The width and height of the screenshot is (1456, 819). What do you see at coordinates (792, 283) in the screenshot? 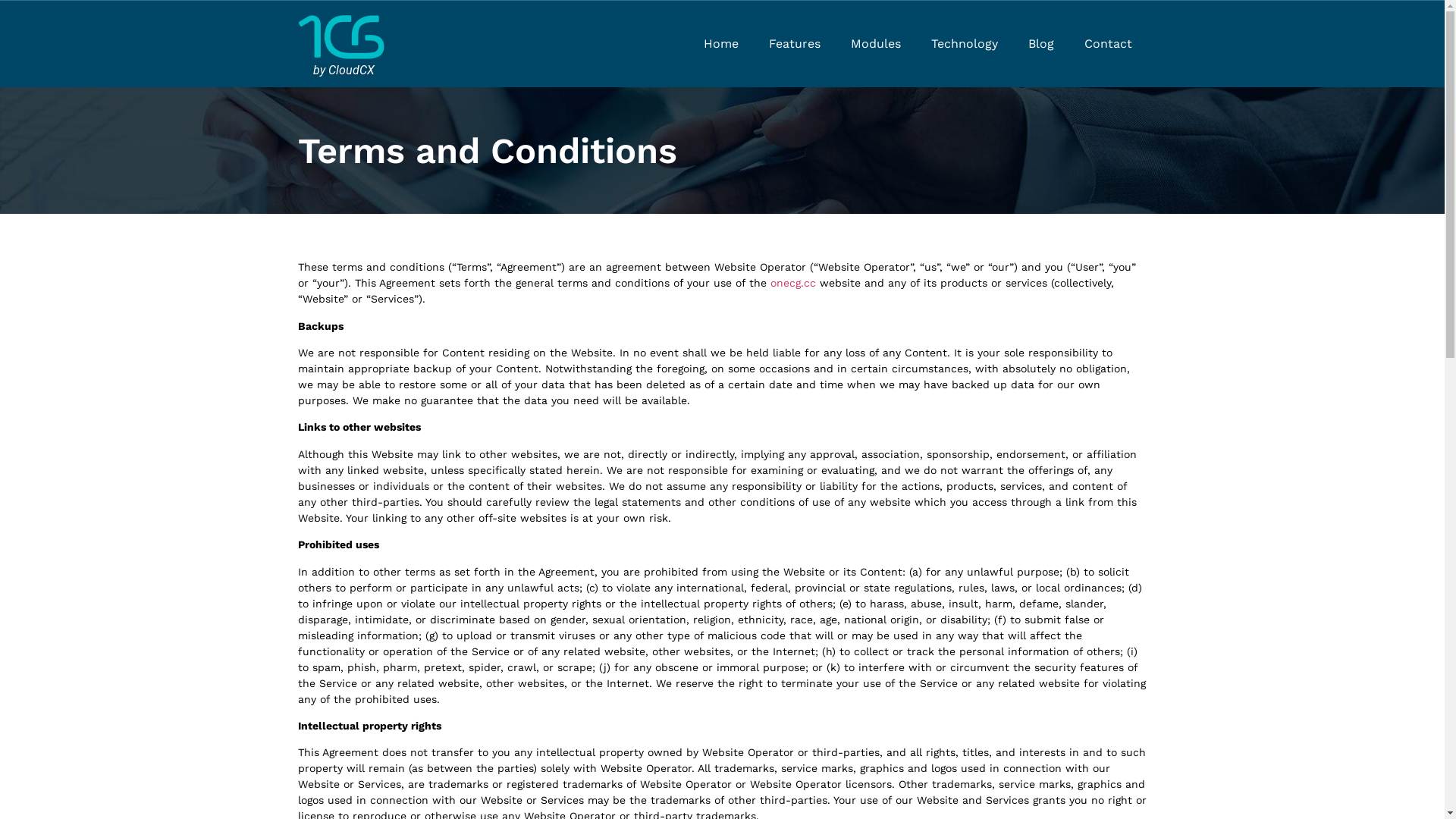
I see `'onecg.cc'` at bounding box center [792, 283].